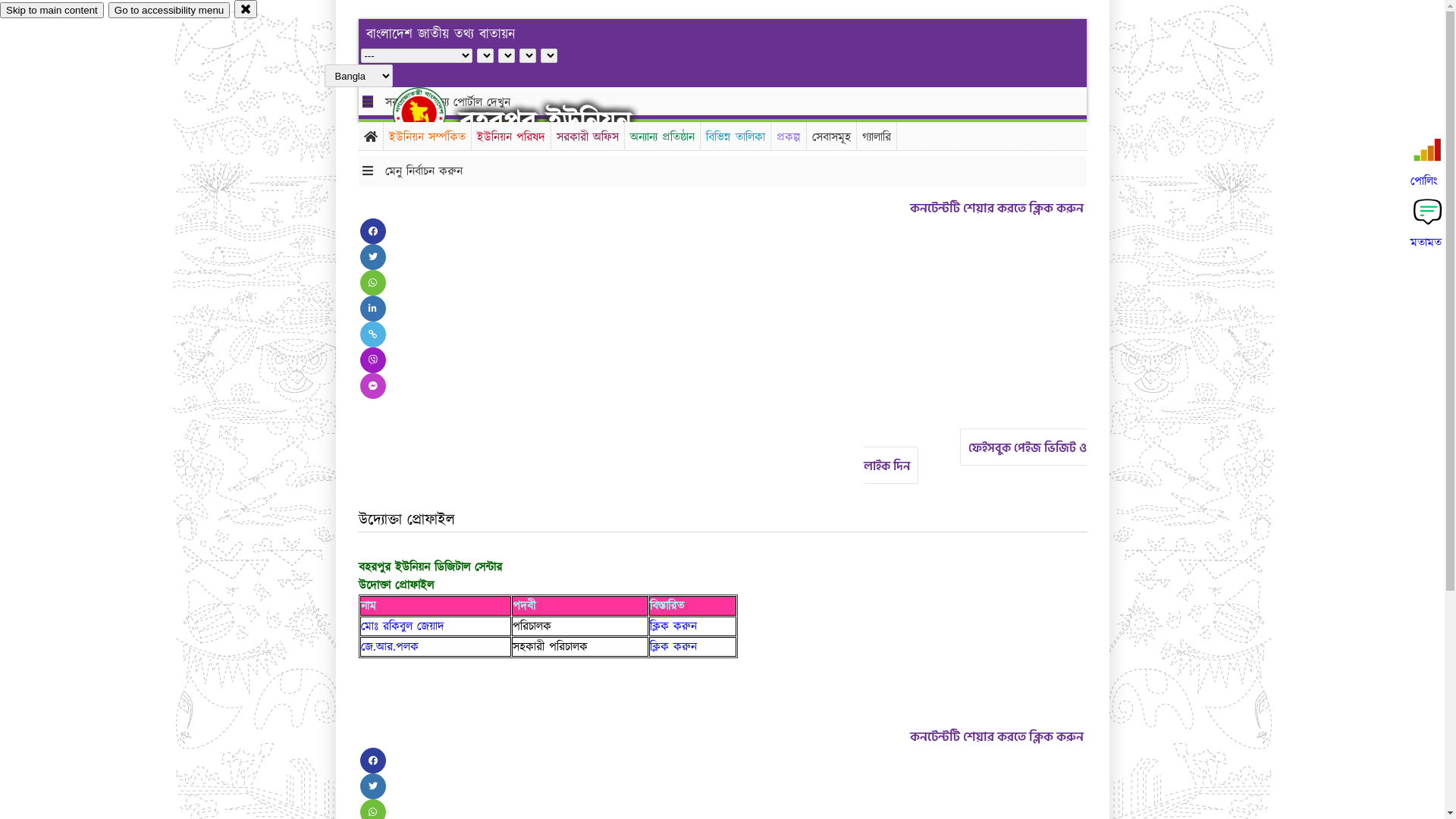 The width and height of the screenshot is (1456, 819). I want to click on ', so click(393, 112).